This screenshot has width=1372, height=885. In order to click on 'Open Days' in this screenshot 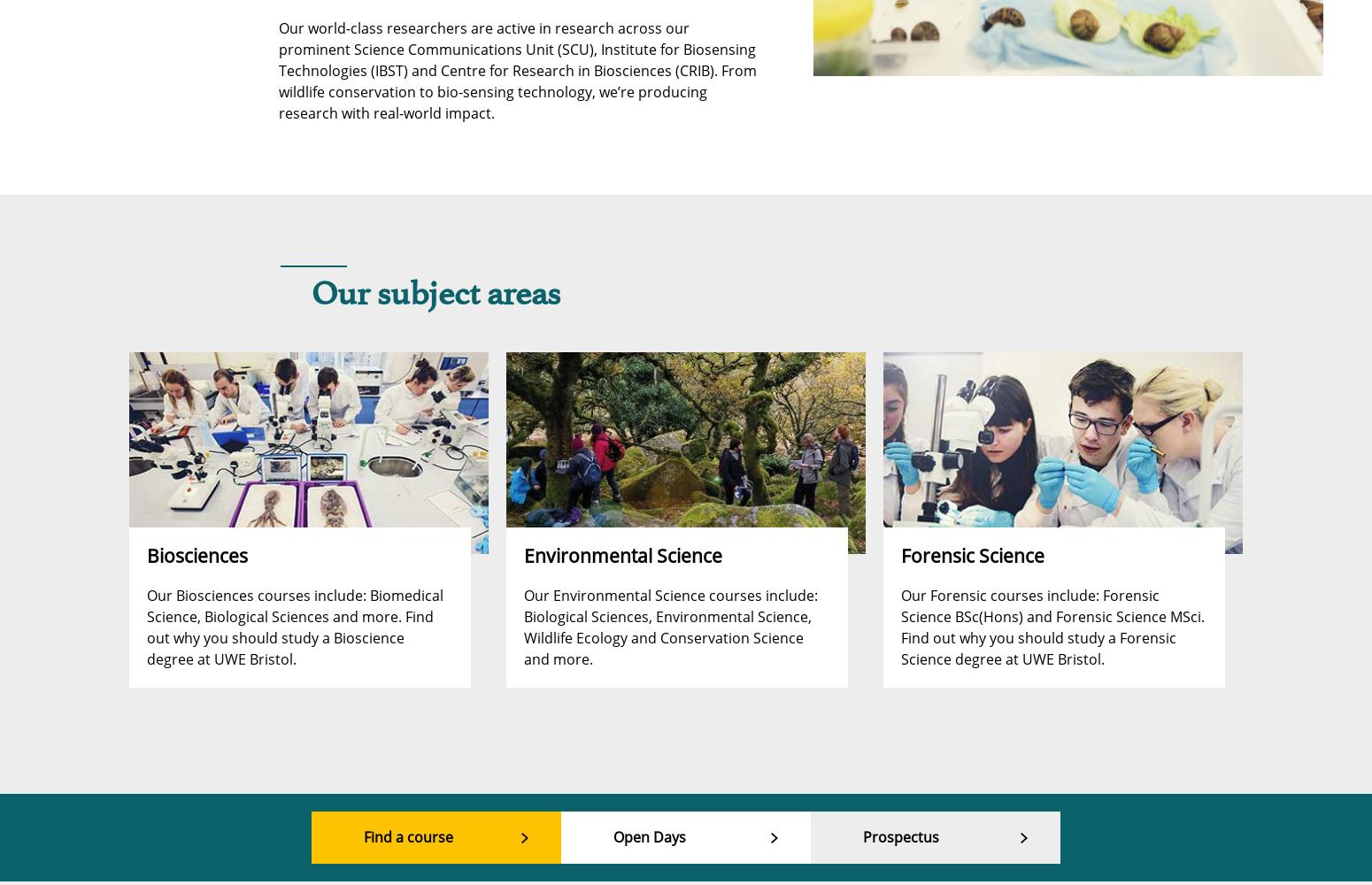, I will do `click(649, 836)`.